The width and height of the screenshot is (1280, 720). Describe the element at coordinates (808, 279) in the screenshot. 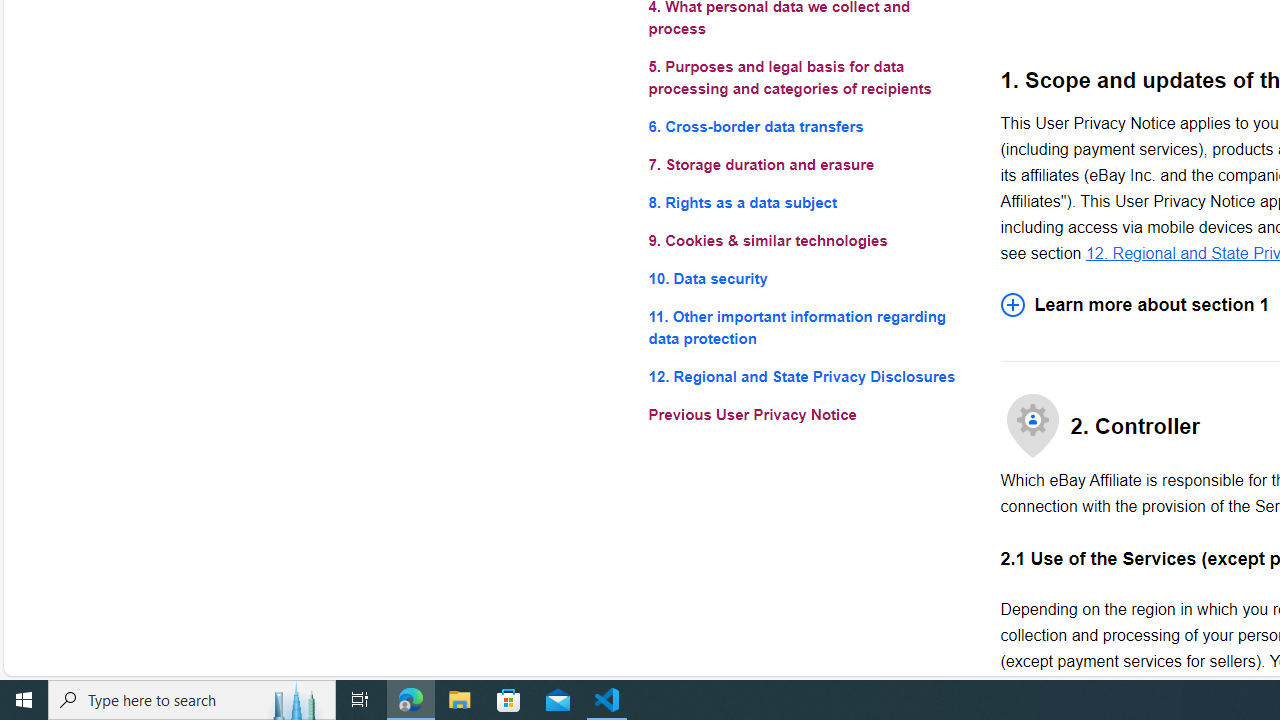

I see `'10. Data security'` at that location.